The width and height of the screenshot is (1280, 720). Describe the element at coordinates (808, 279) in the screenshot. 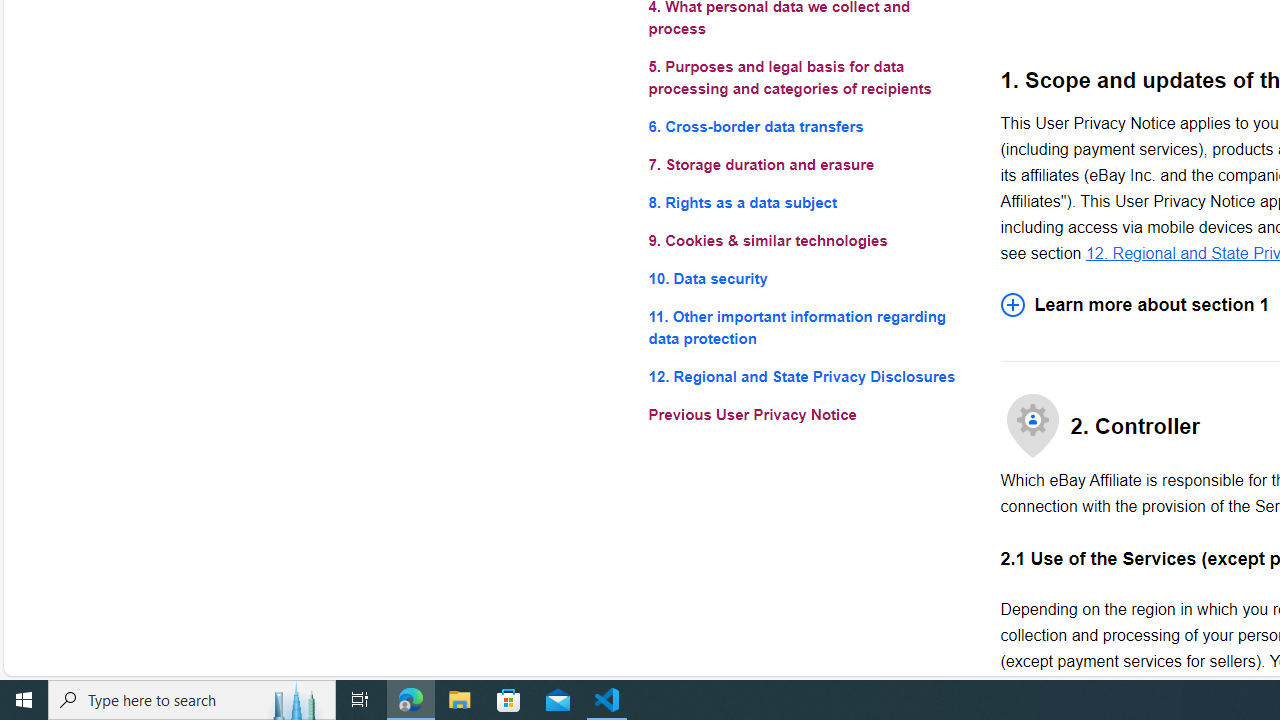

I see `'10. Data security'` at that location.